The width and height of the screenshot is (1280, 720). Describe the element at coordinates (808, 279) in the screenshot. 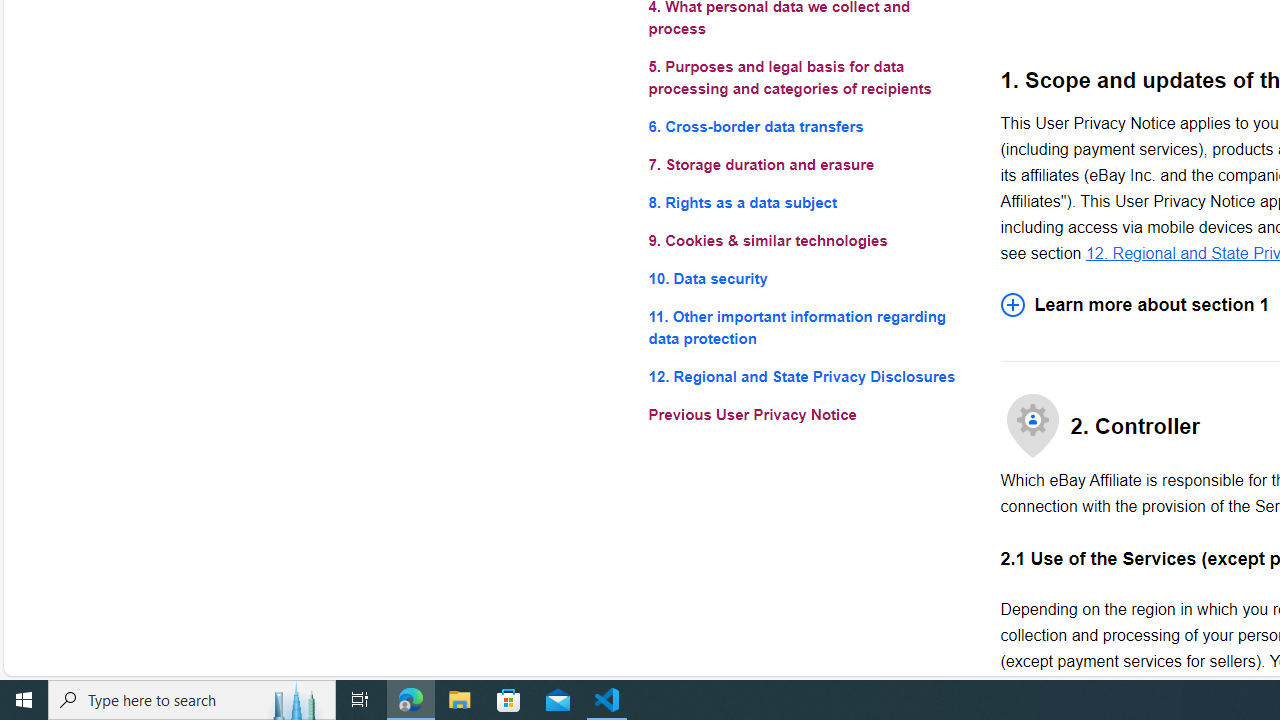

I see `'10. Data security'` at that location.